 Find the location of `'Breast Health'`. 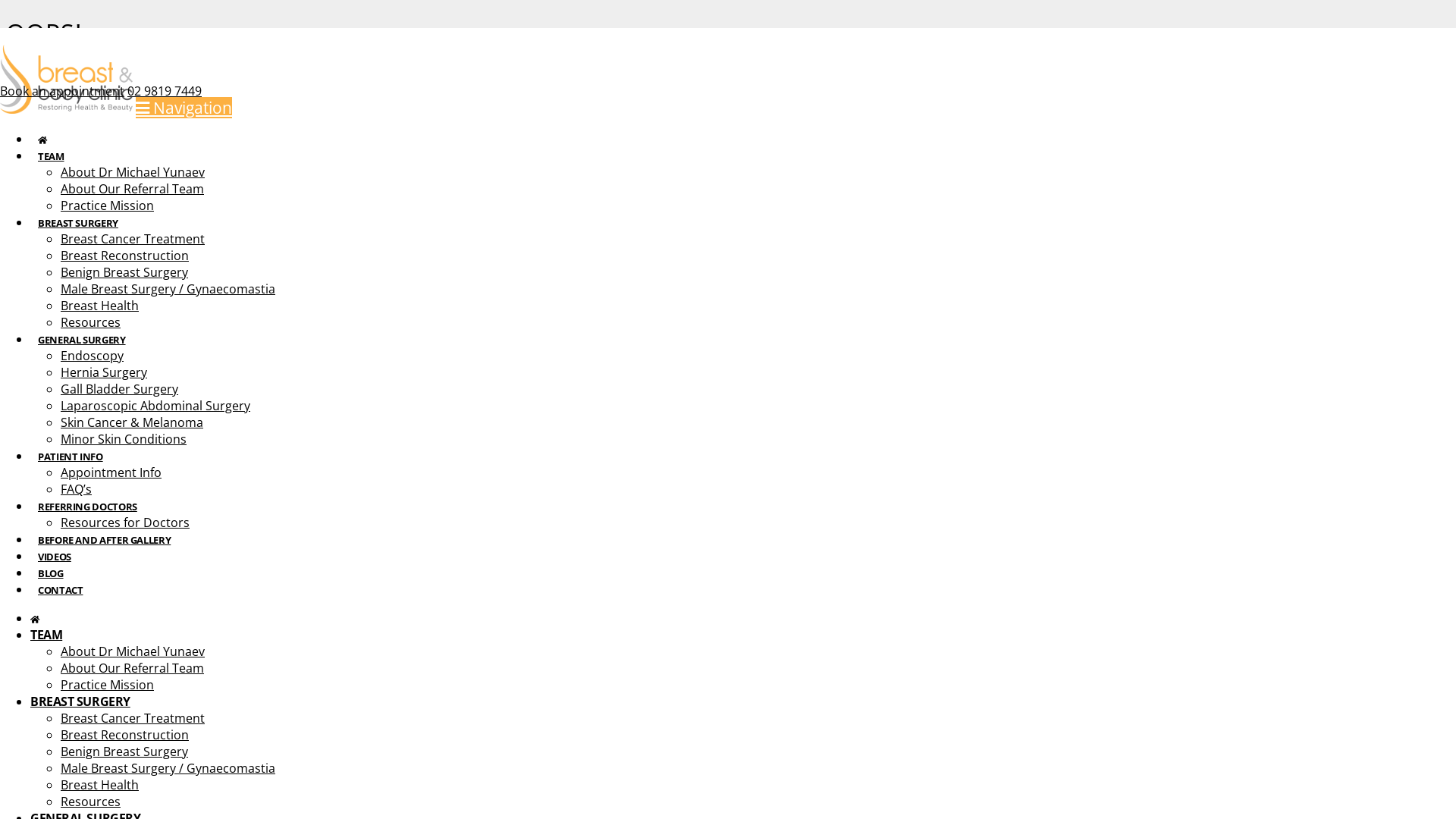

'Breast Health' is located at coordinates (99, 784).